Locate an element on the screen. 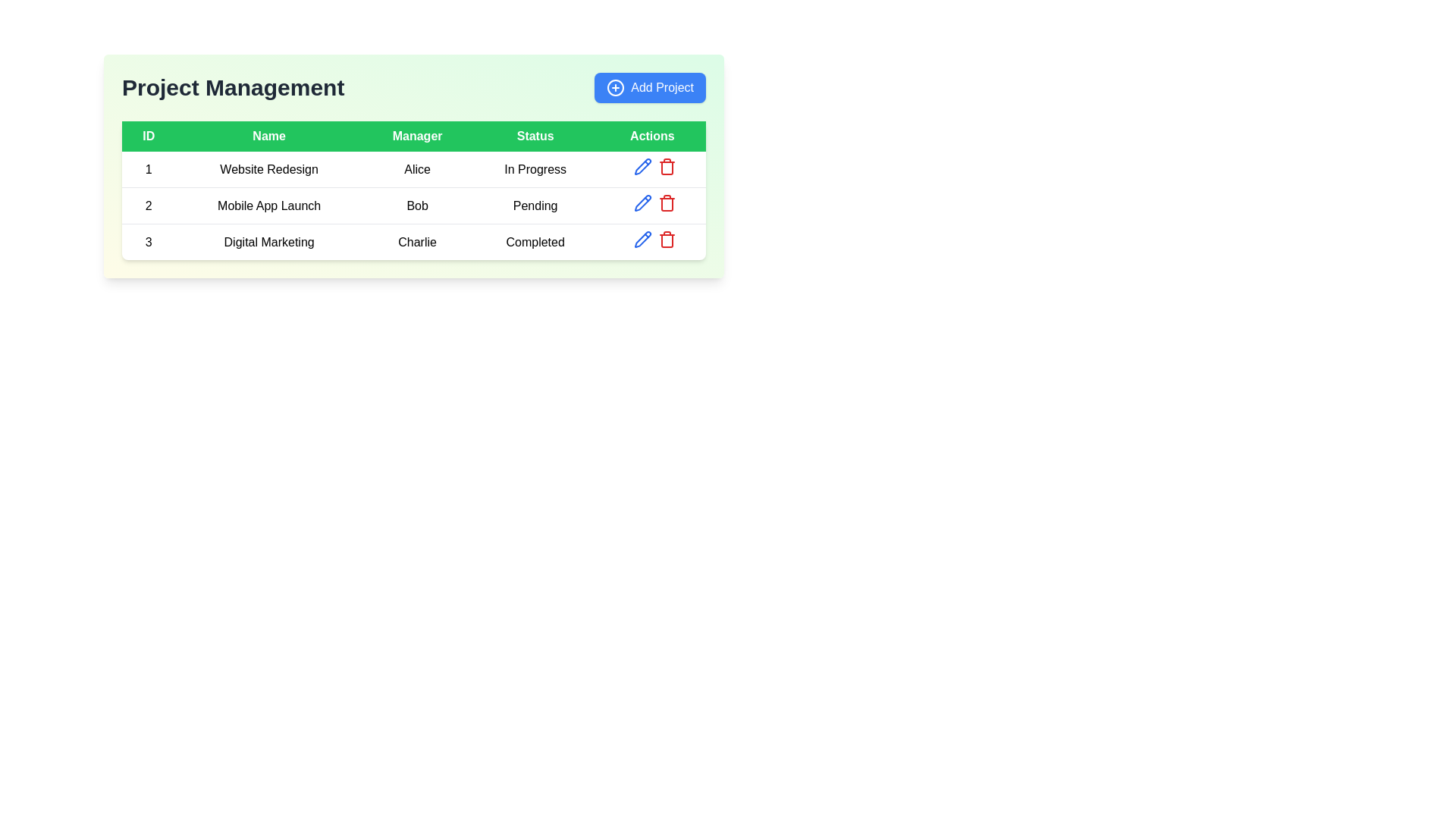 This screenshot has width=1456, height=819. the 'In Progress' static text label in the Status column of the table for the 'Website Redesign' project, which is located to the right of 'Alice' and left of action icons is located at coordinates (535, 169).